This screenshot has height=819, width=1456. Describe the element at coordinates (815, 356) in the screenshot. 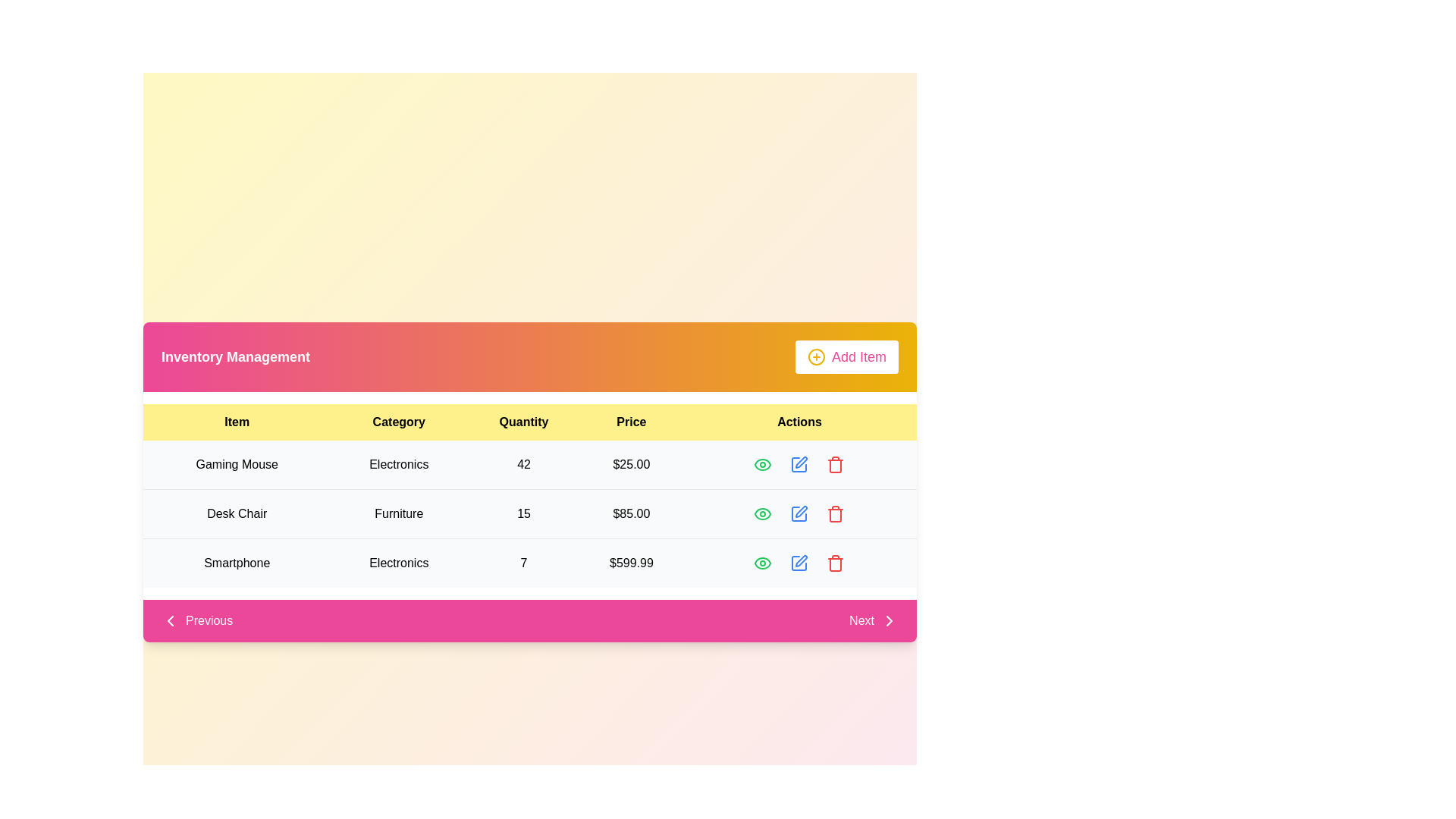

I see `the icon representing the action of adding an item, which is located to the left of the 'Add Item' text in the top right corner of the user interface` at that location.